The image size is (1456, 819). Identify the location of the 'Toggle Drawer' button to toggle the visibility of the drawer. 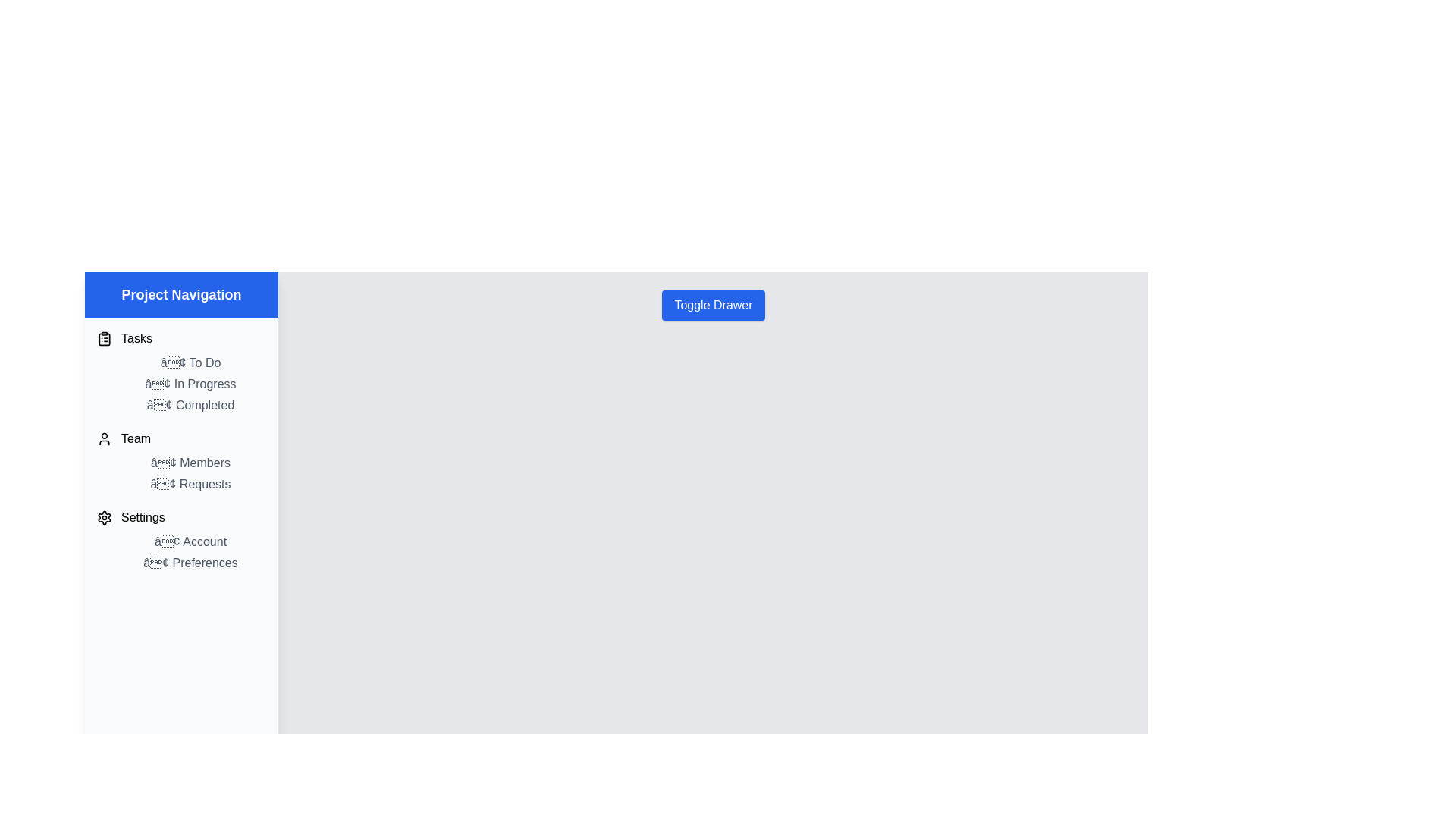
(712, 305).